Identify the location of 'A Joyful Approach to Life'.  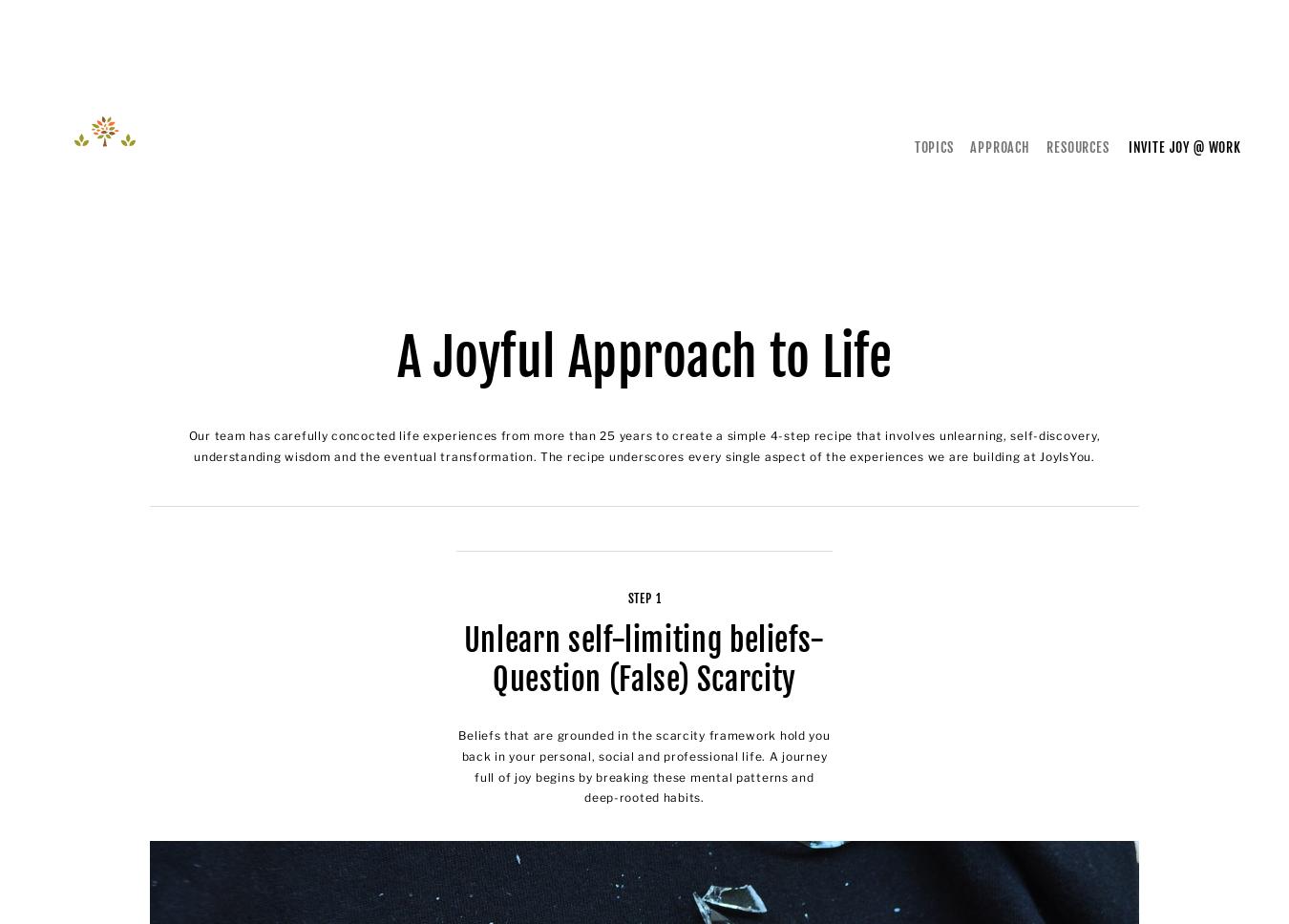
(644, 356).